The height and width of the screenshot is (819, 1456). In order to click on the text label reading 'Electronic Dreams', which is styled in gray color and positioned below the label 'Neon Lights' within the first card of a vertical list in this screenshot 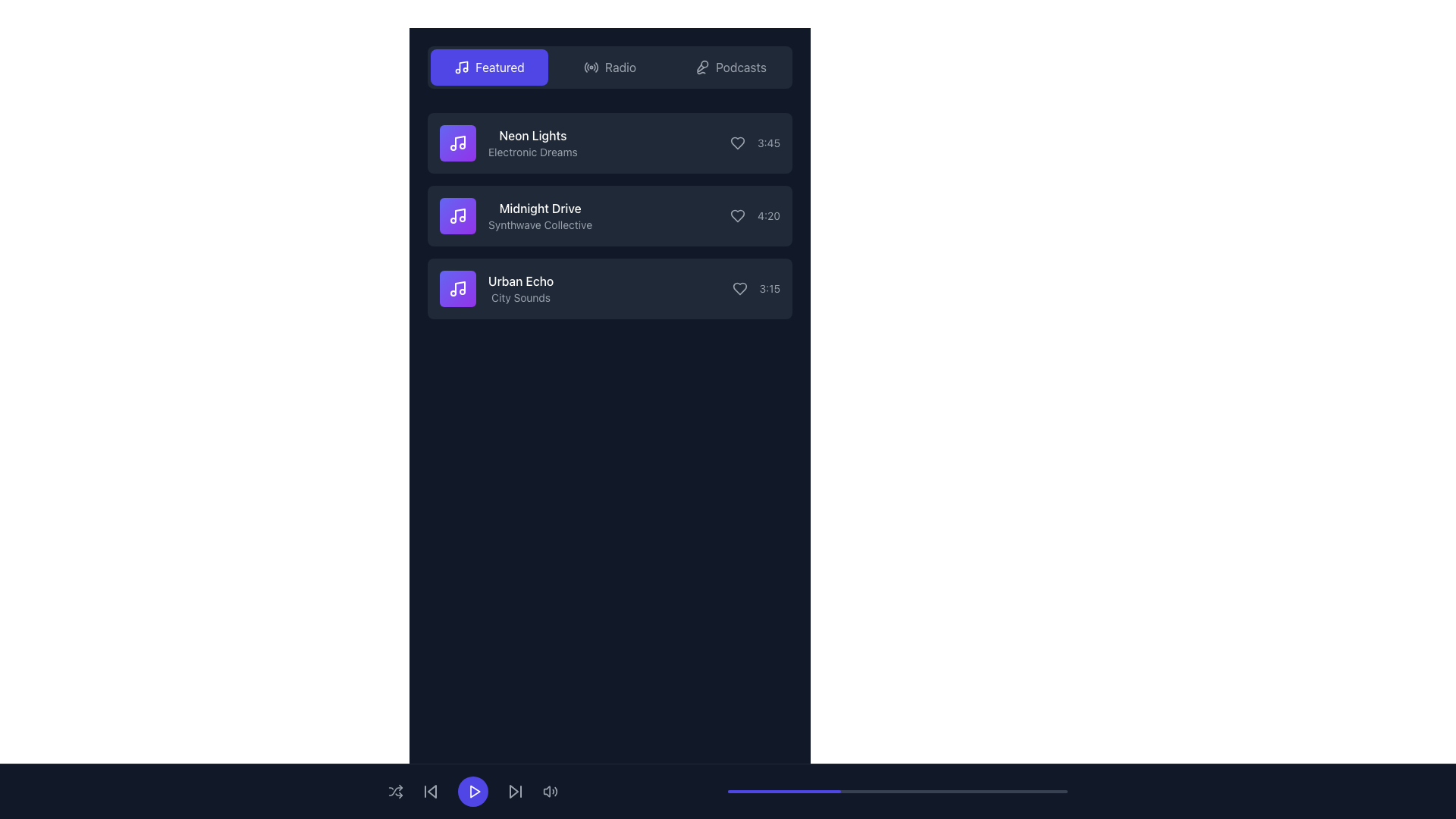, I will do `click(532, 152)`.